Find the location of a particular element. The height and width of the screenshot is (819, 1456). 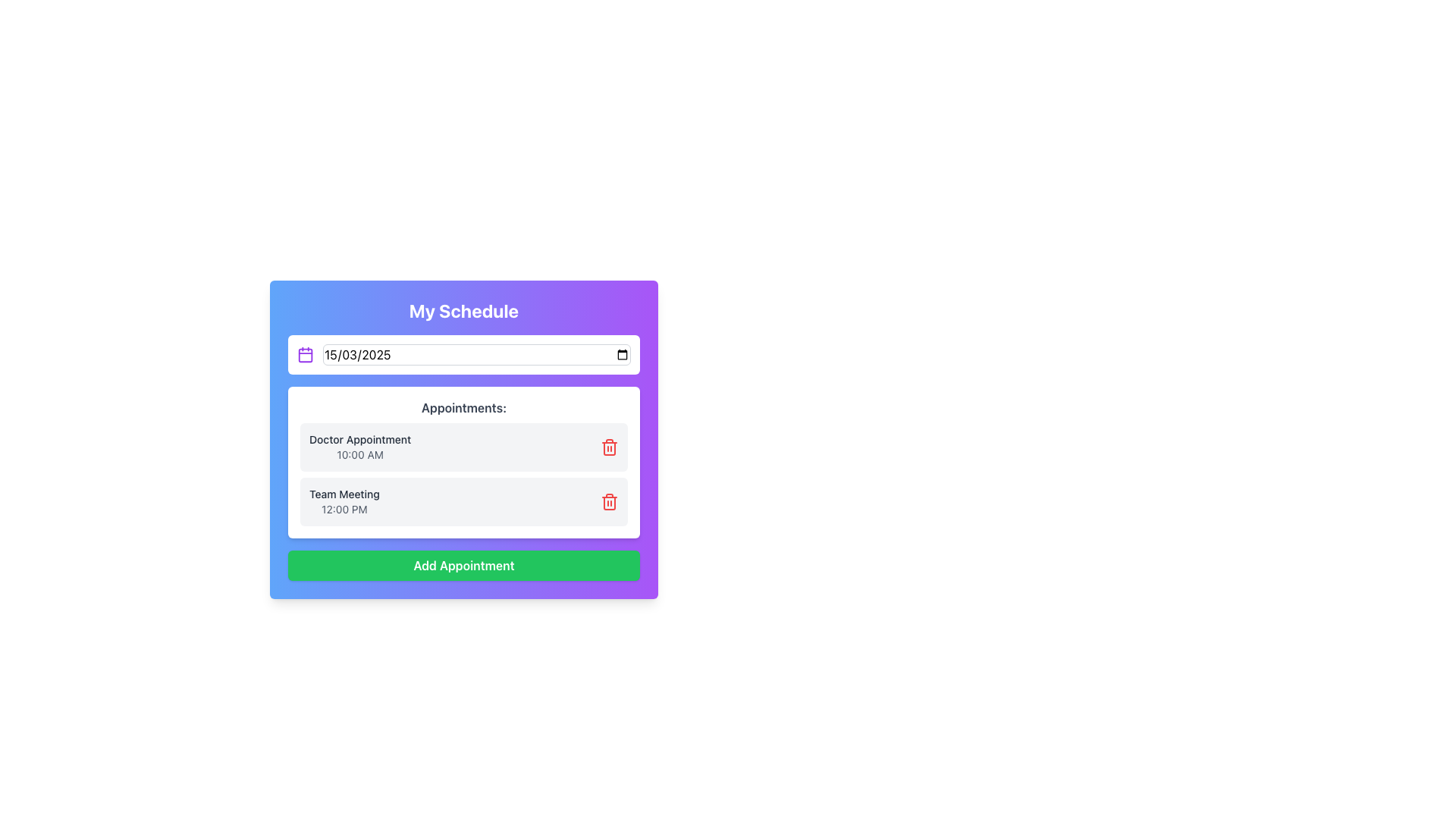

the first appointment entry in the 'Appointments' section, which displays the title and time of the event is located at coordinates (463, 447).